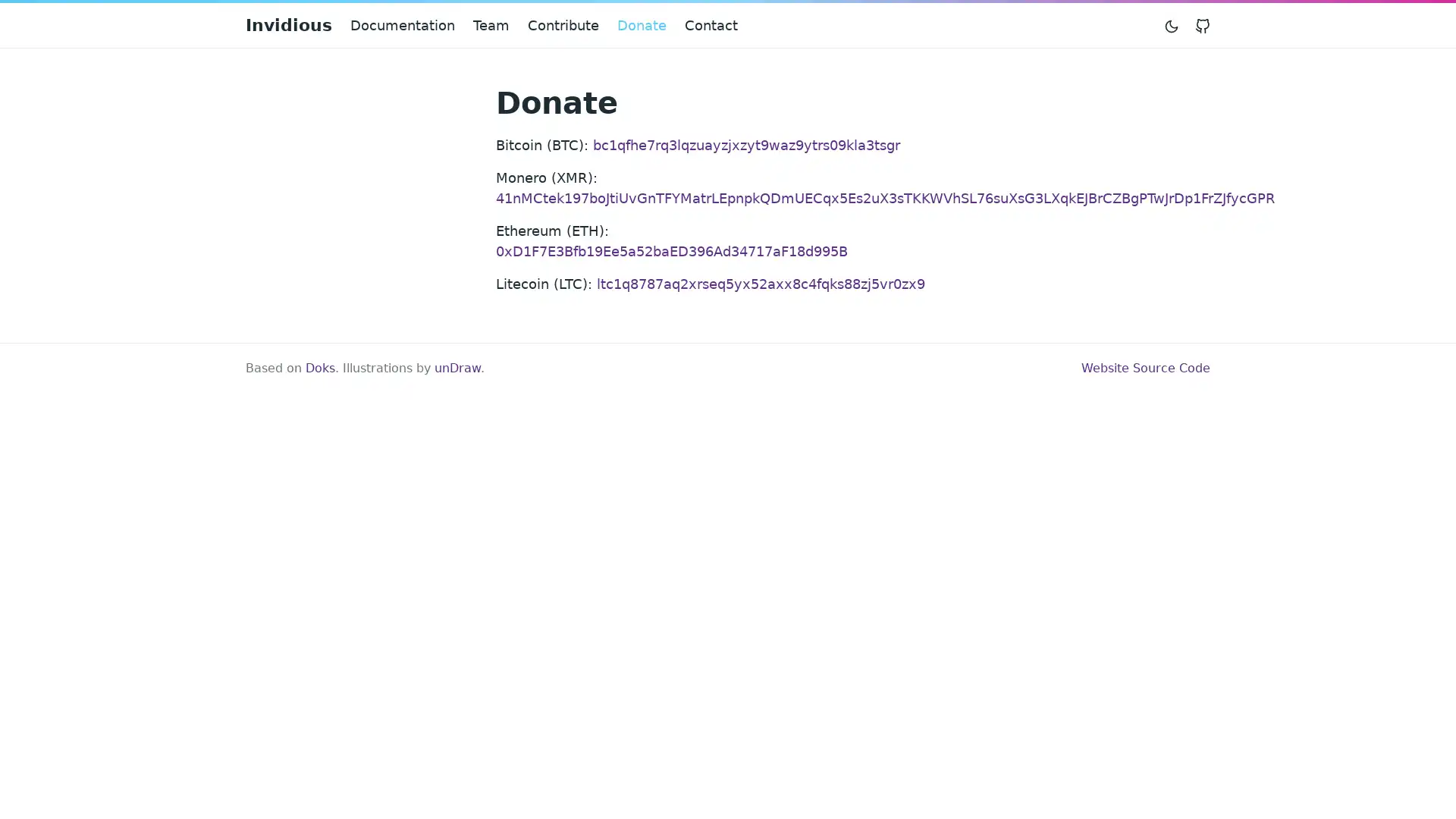 Image resolution: width=1456 pixels, height=819 pixels. Describe the element at coordinates (1171, 25) in the screenshot. I see `Toggle mode` at that location.